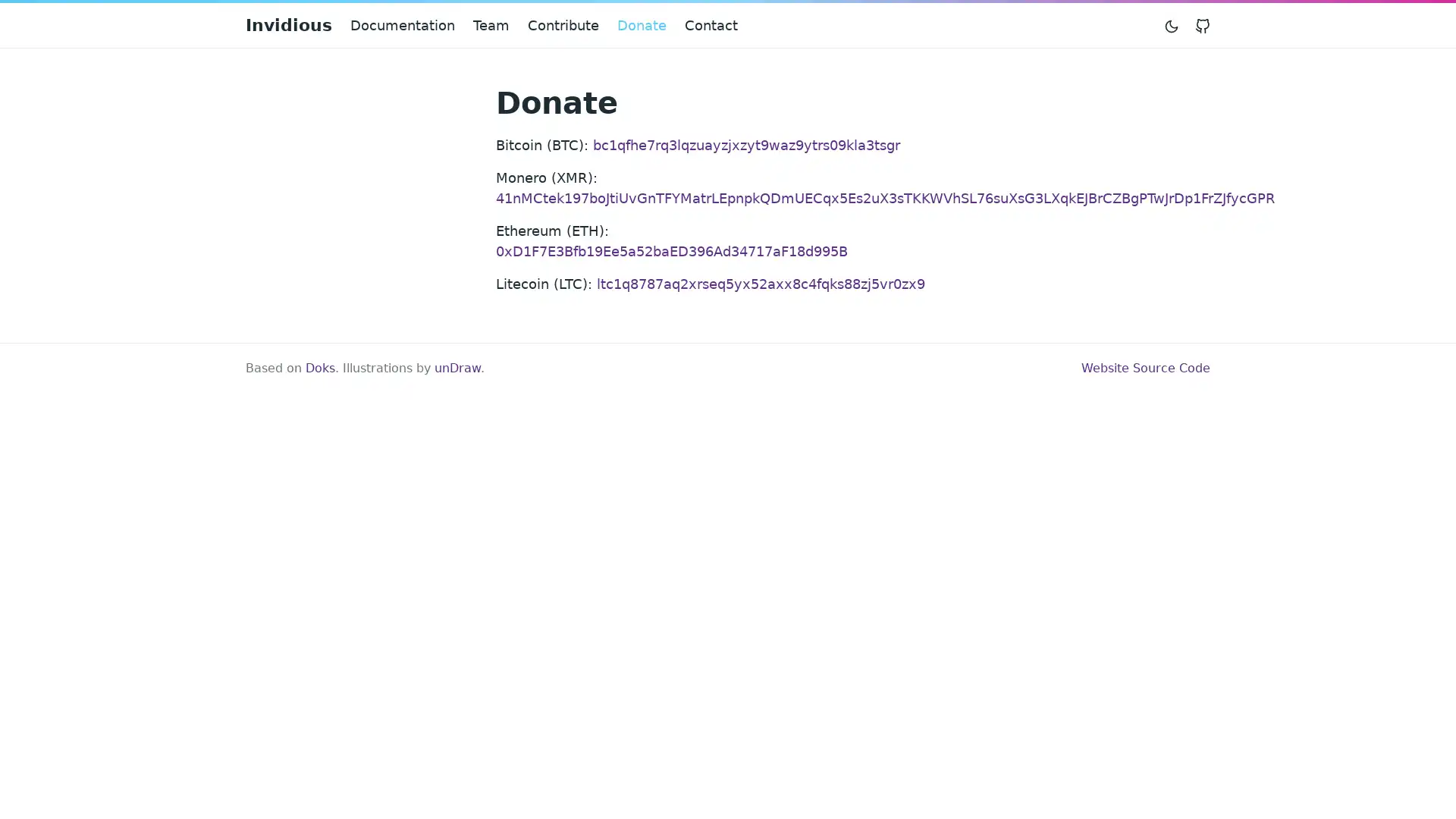 Image resolution: width=1456 pixels, height=819 pixels. Describe the element at coordinates (1171, 25) in the screenshot. I see `Toggle mode` at that location.